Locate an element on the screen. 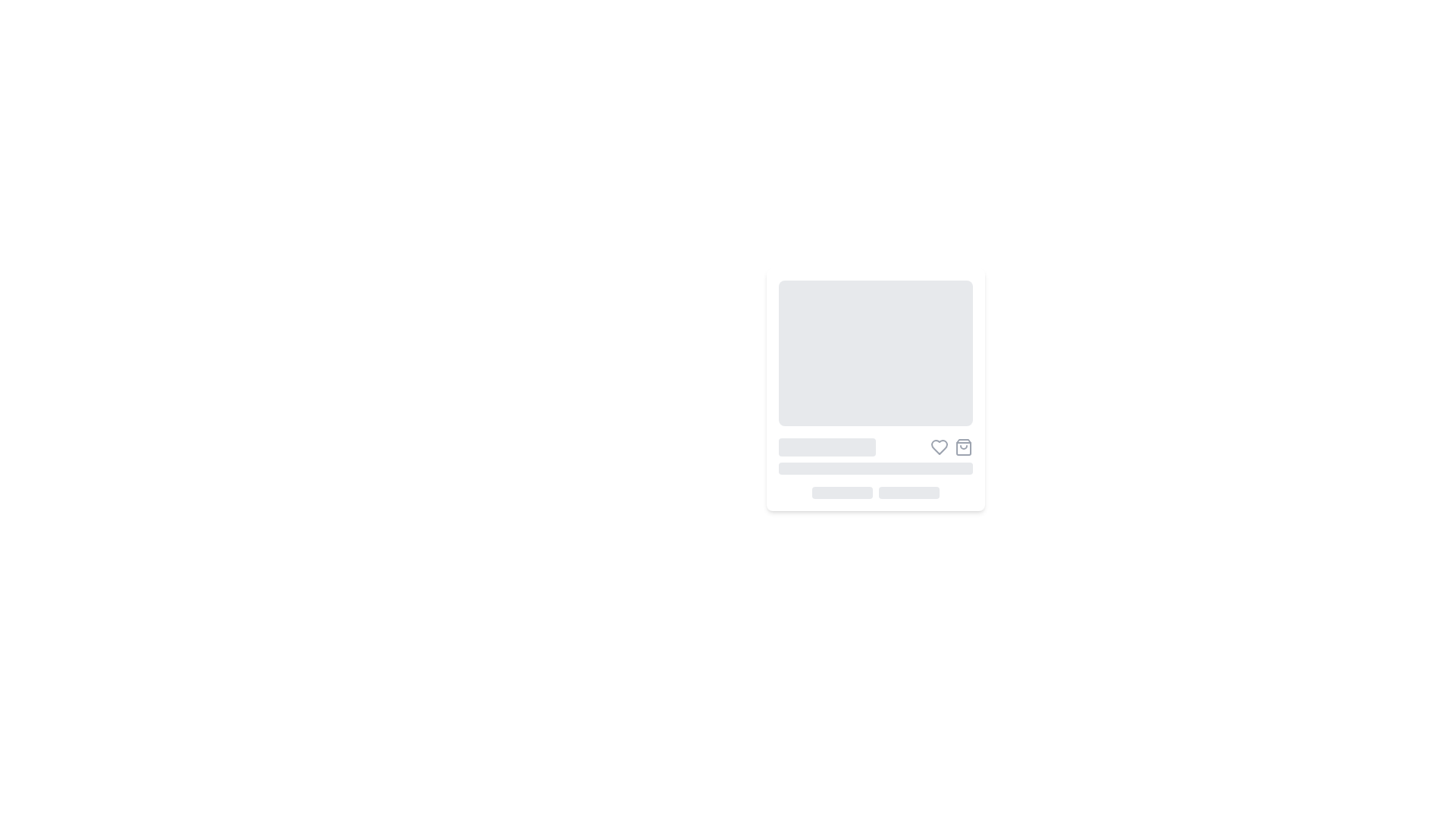  the shopping icon located in the bottom right corner of the card-like UI component is located at coordinates (963, 447).